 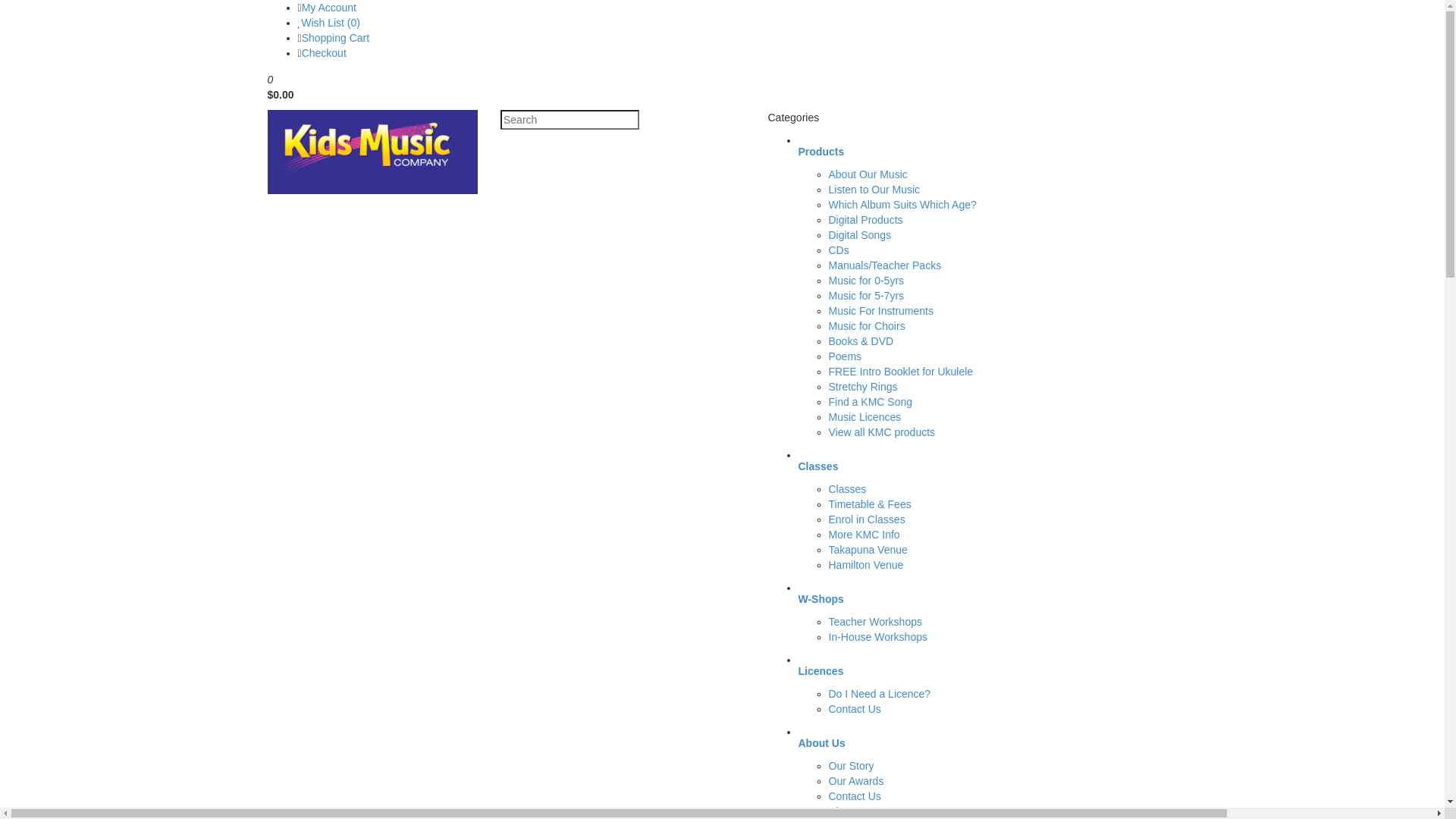 I want to click on 'Stretchy Rings', so click(x=862, y=385).